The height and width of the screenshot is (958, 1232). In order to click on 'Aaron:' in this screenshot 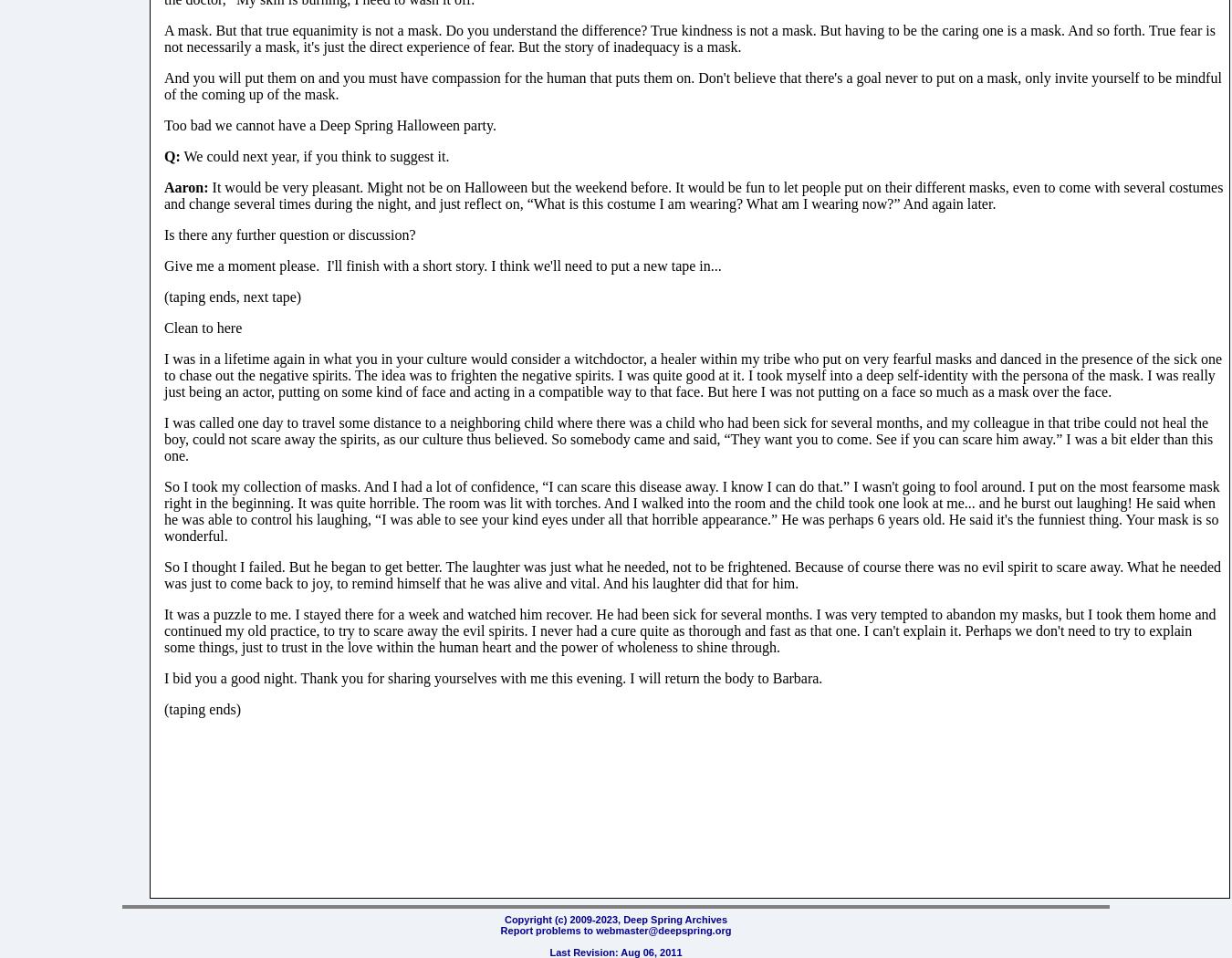, I will do `click(185, 185)`.